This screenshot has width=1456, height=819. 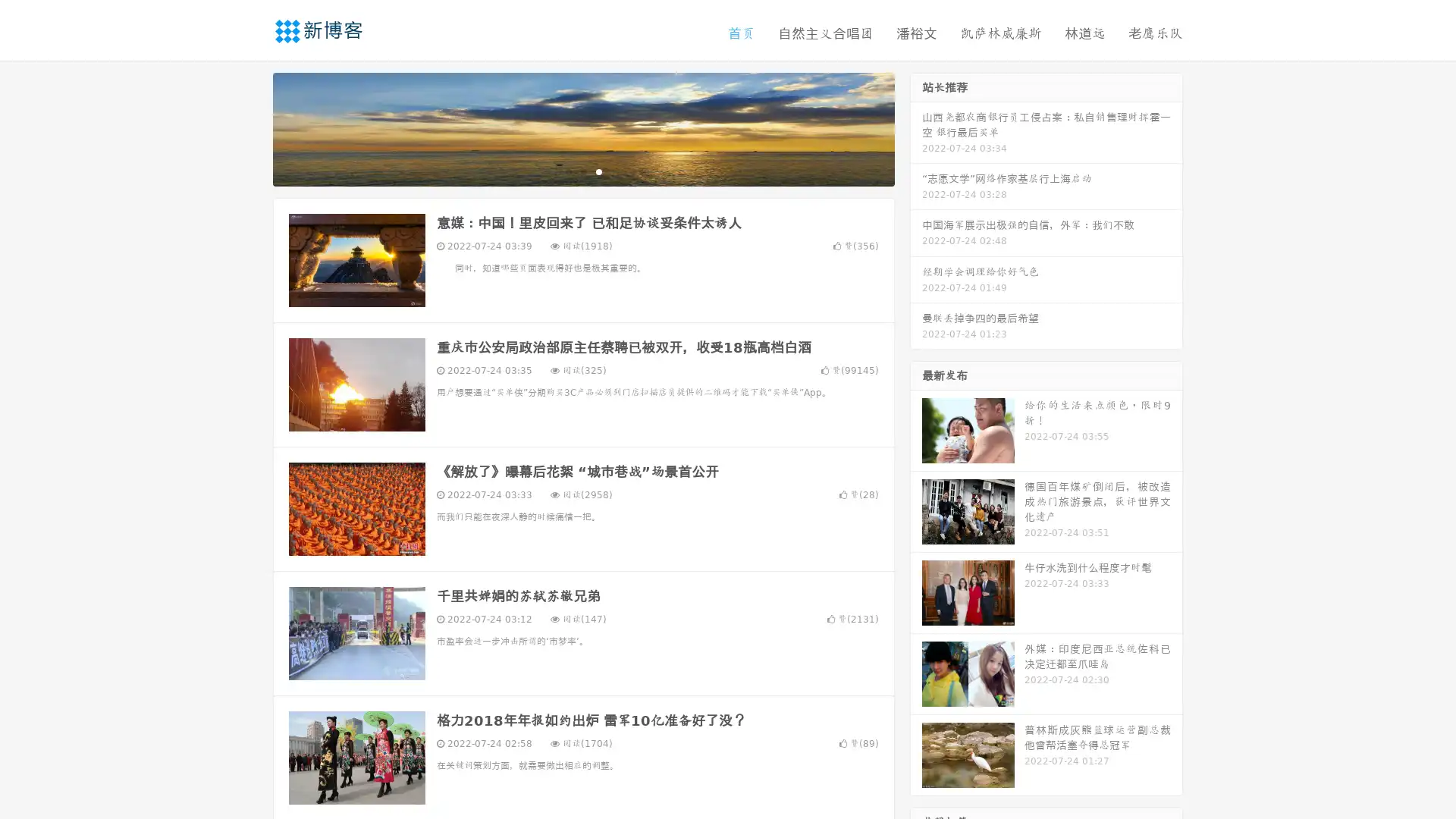 I want to click on Previous slide, so click(x=250, y=127).